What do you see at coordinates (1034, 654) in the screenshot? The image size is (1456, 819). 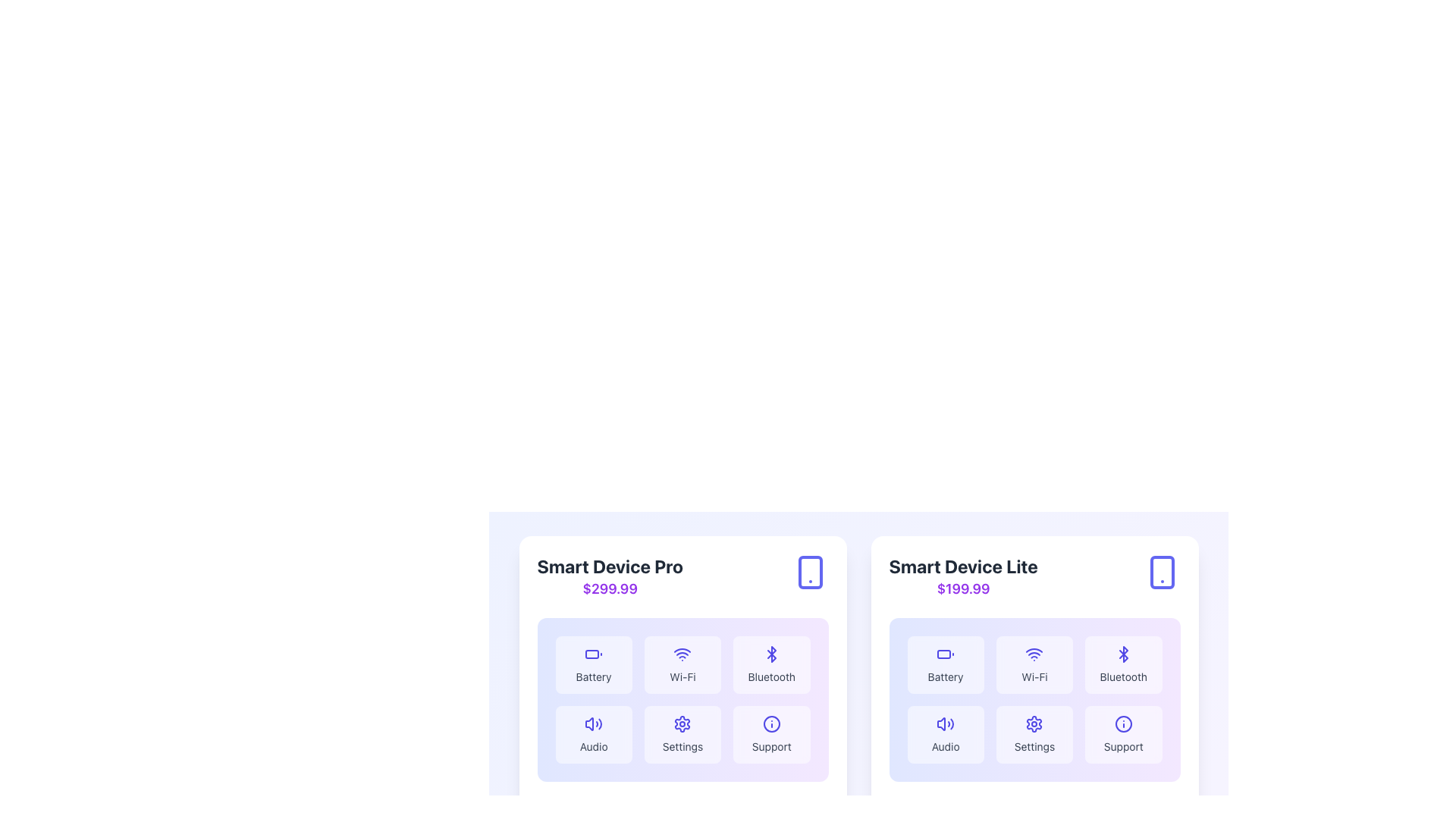 I see `the Wi-Fi icon located in the upper row of the feature icons grid within the 'Smart Device Lite' card layout, positioned above the 'Wi-Fi' text label` at bounding box center [1034, 654].